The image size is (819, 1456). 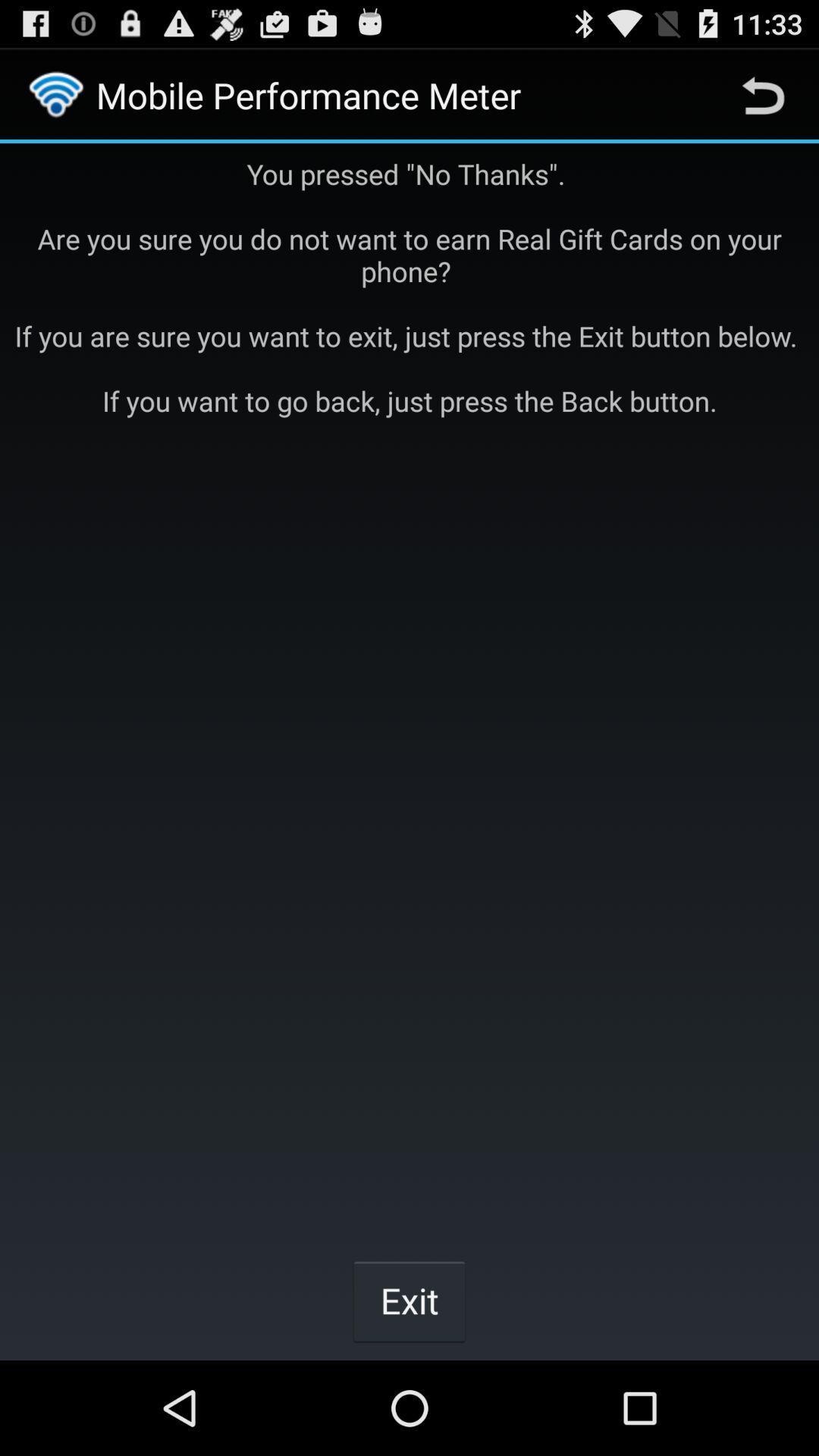 I want to click on app next to mobile performance meter app, so click(x=763, y=94).